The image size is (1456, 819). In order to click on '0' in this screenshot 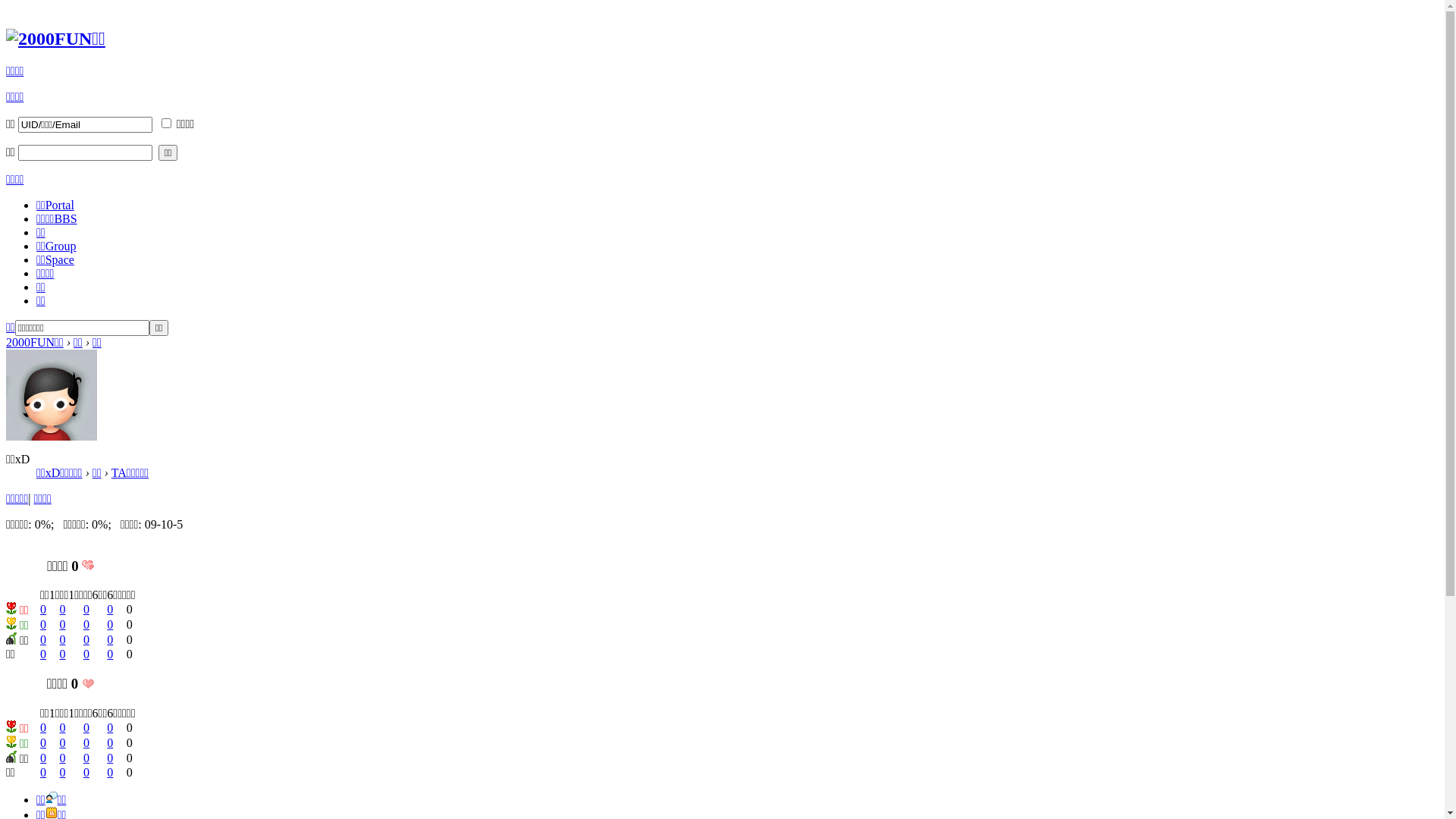, I will do `click(108, 653)`.